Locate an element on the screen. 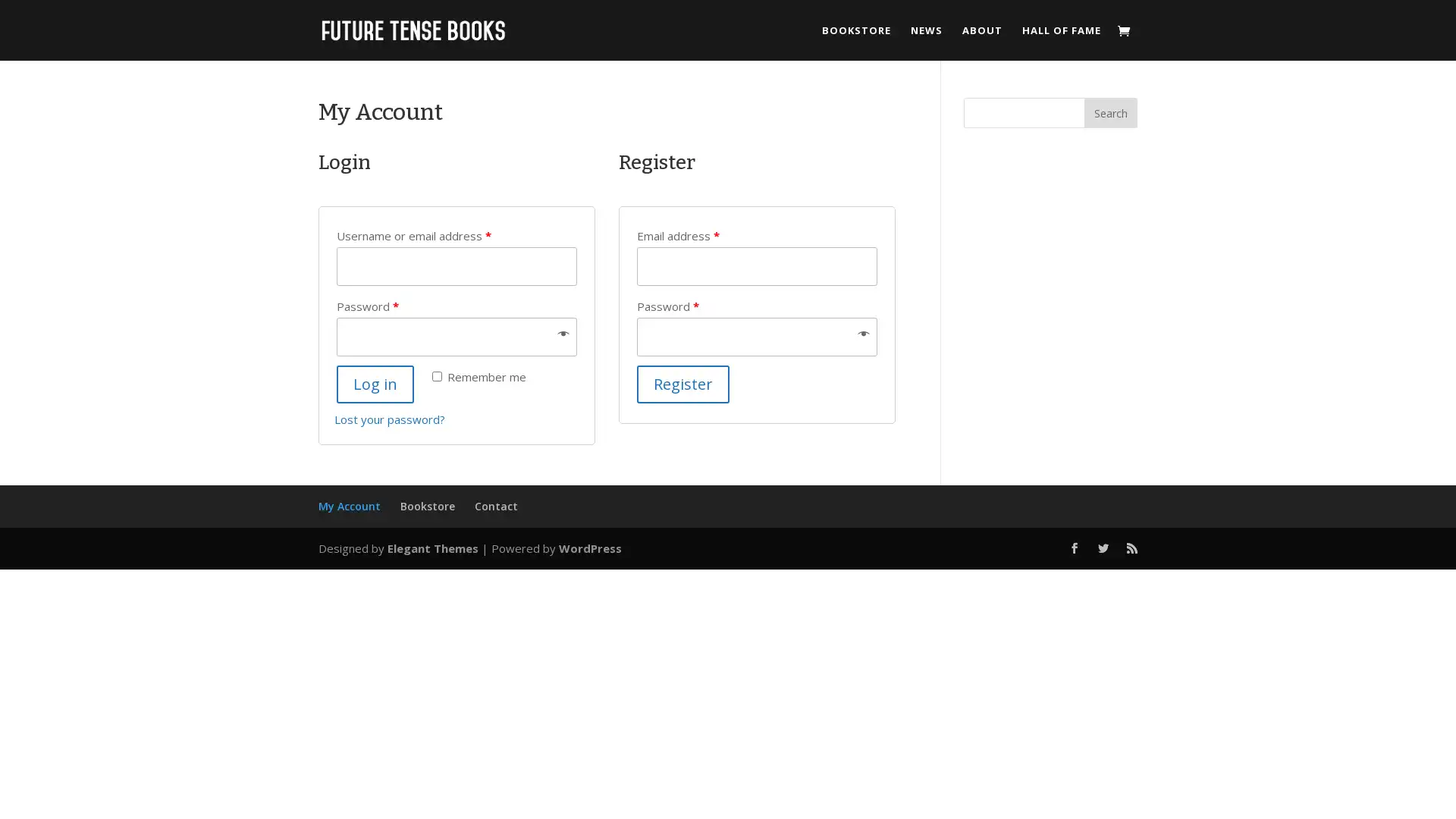  Log in 5 is located at coordinates (375, 382).